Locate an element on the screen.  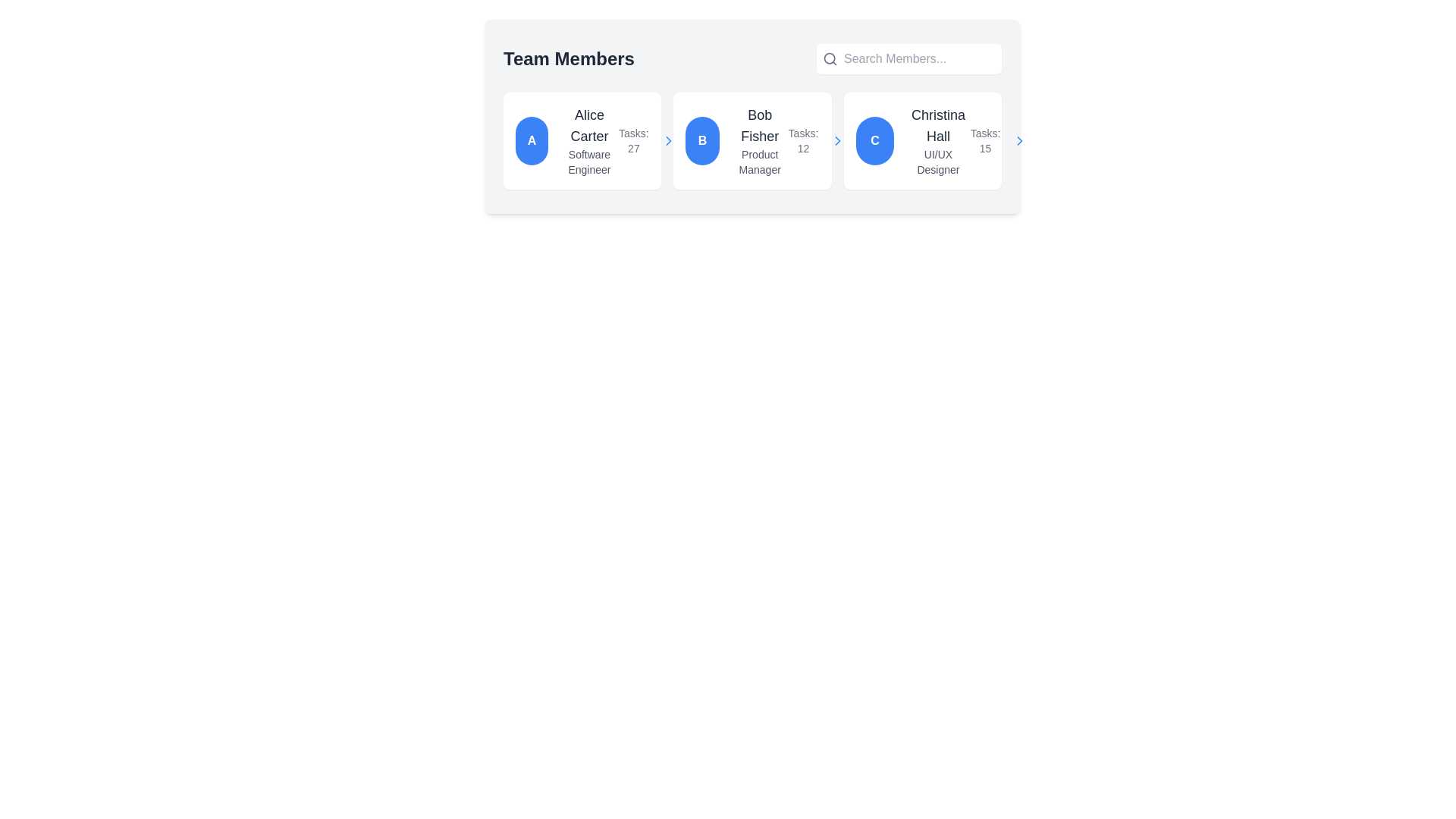
the text label 'Alice Carter' which is displayed in bold, large font at the top of the user information card, located in the first card from the left in a horizontal list is located at coordinates (588, 124).